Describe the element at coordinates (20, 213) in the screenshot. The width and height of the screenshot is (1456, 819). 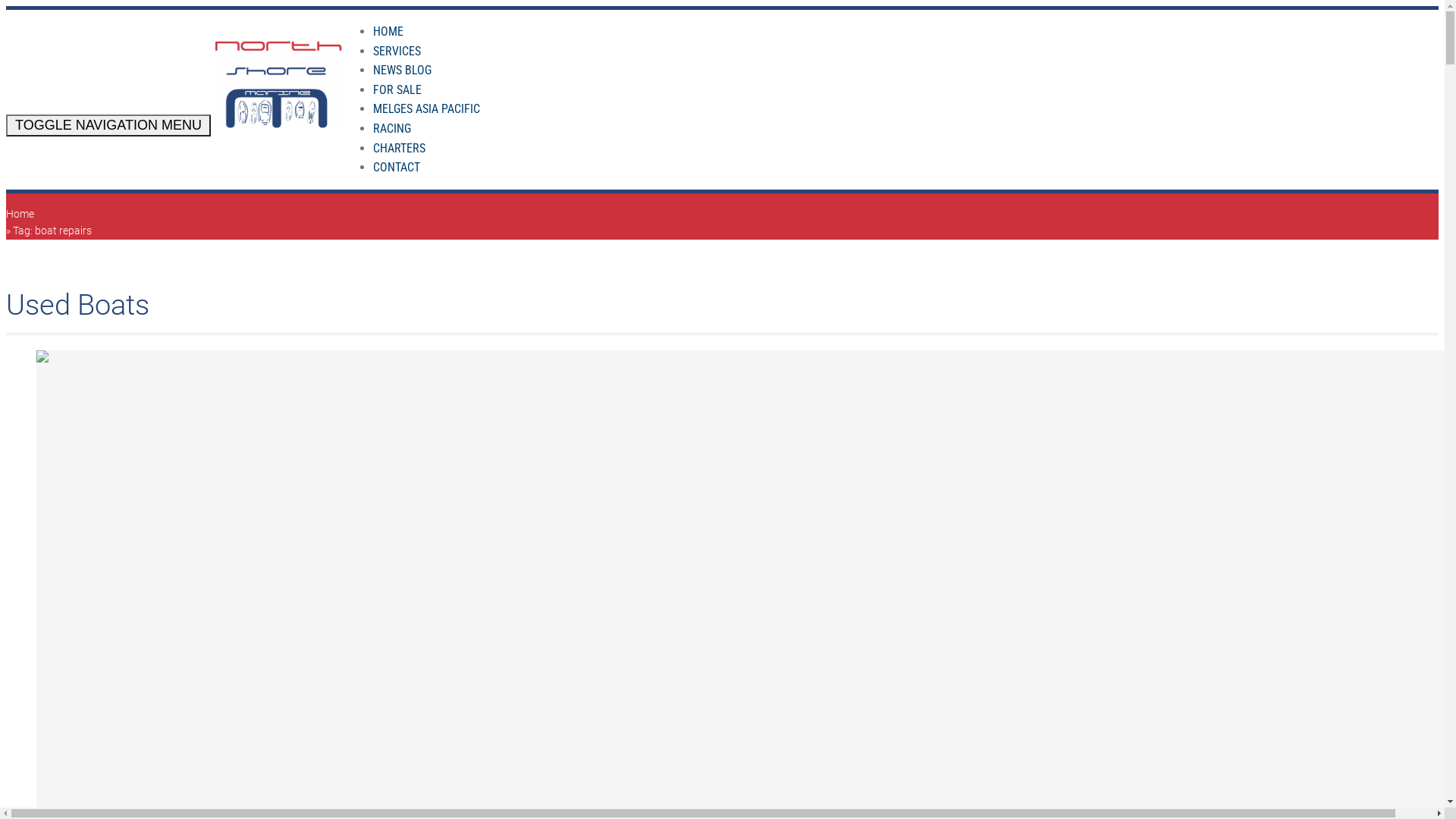
I see `'Home'` at that location.